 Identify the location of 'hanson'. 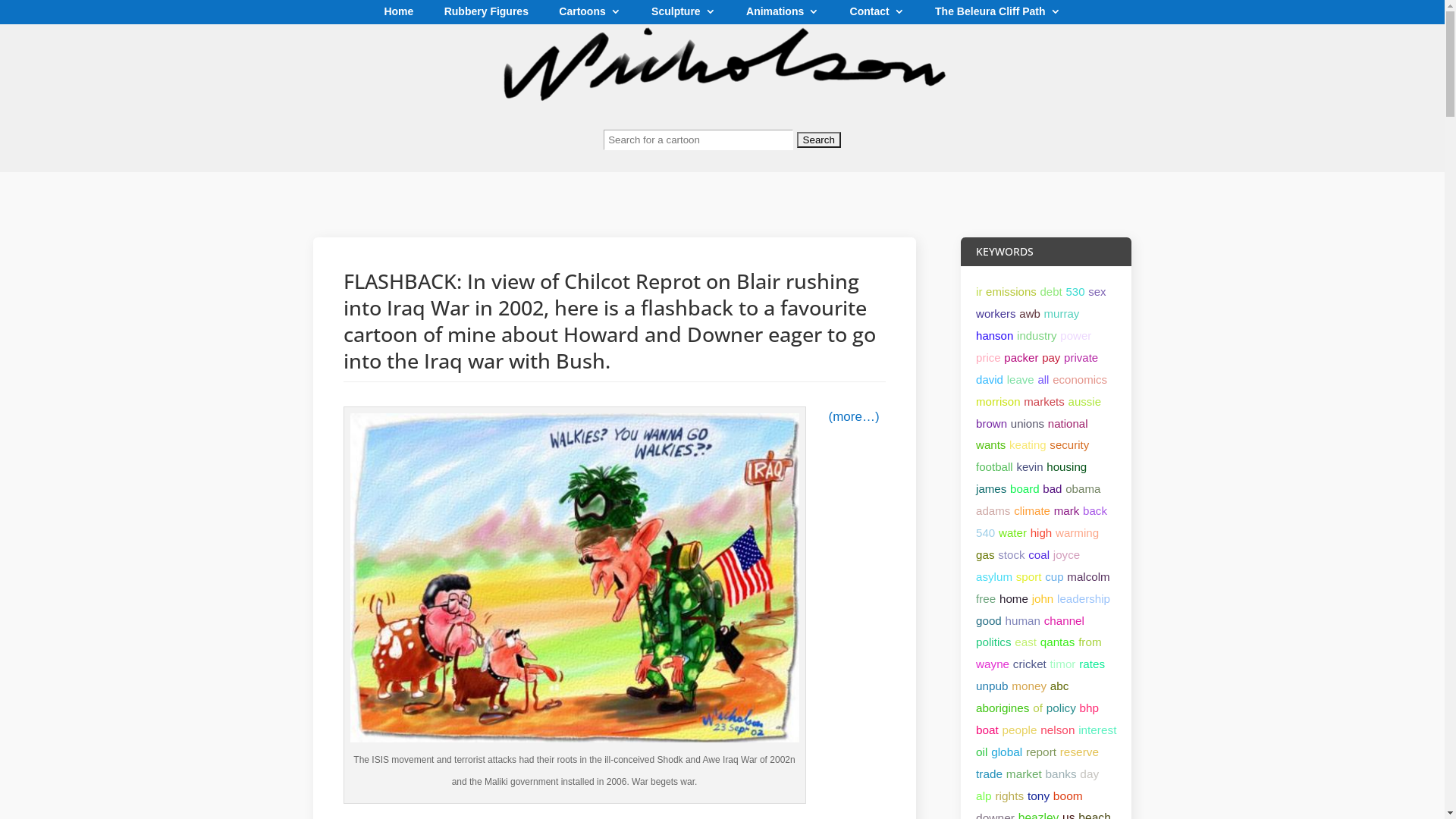
(994, 334).